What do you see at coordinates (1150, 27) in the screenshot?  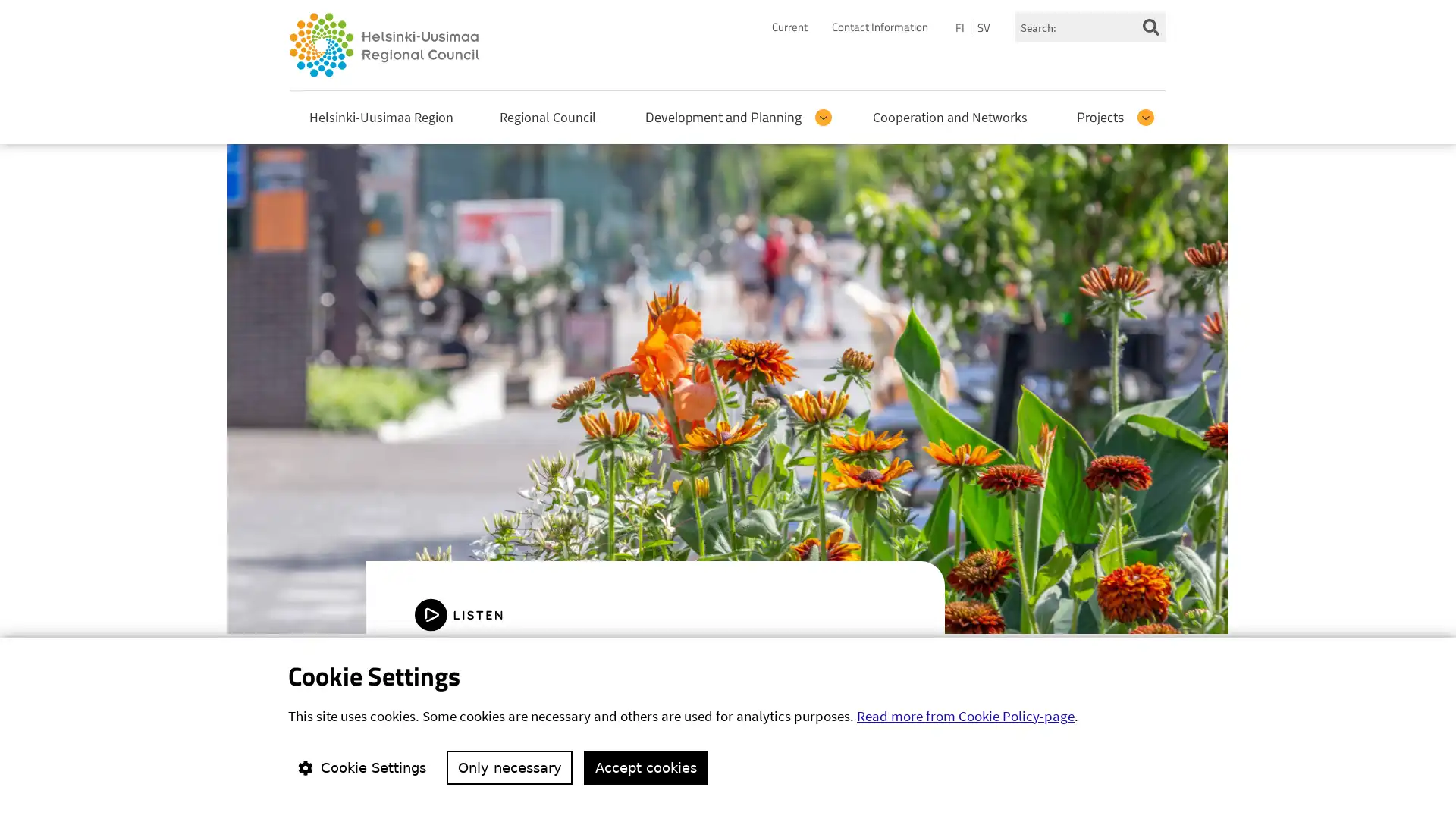 I see `Search:` at bounding box center [1150, 27].